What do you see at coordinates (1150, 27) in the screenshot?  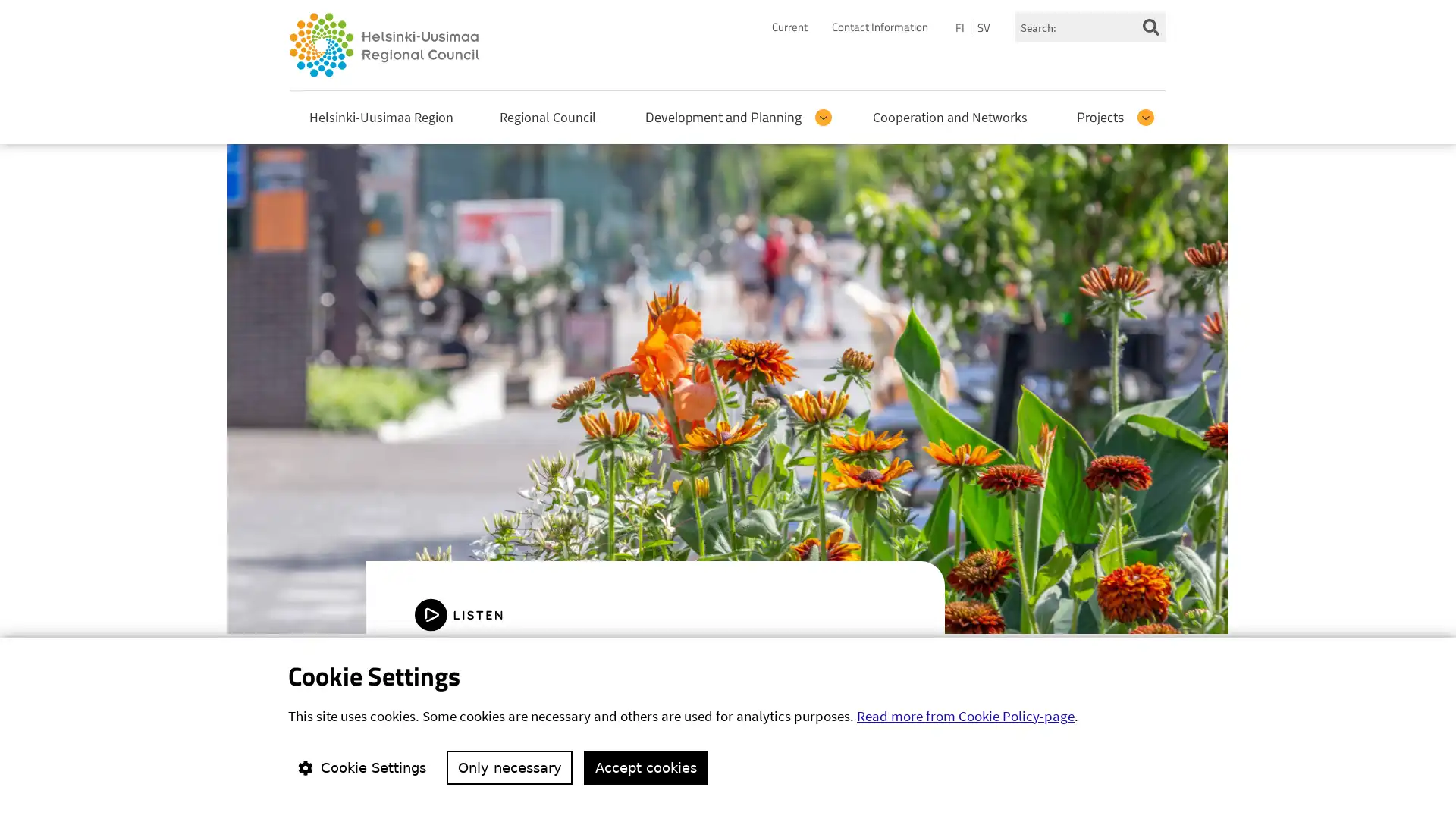 I see `Search:` at bounding box center [1150, 27].